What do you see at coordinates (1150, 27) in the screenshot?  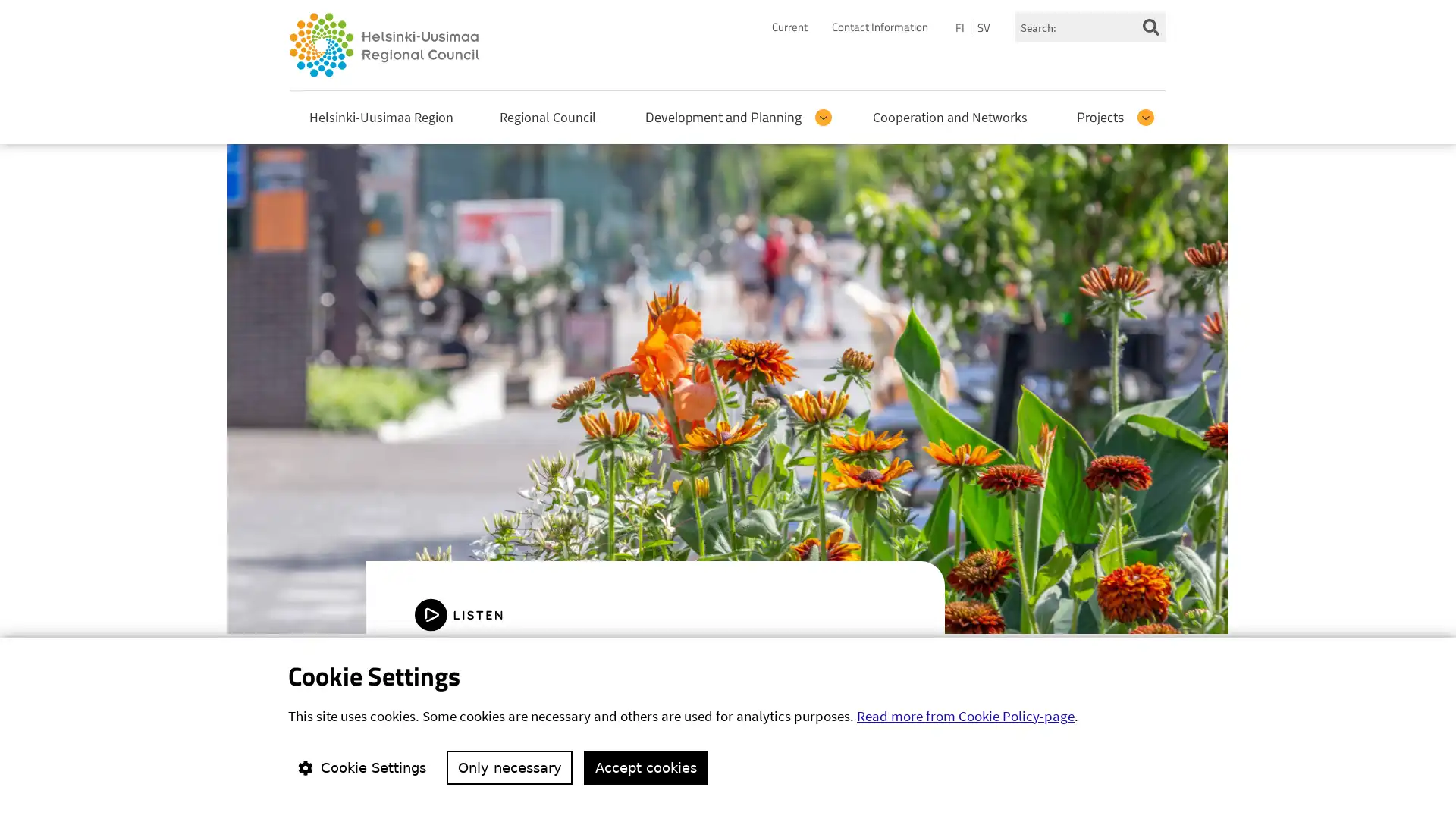 I see `Search:` at bounding box center [1150, 27].